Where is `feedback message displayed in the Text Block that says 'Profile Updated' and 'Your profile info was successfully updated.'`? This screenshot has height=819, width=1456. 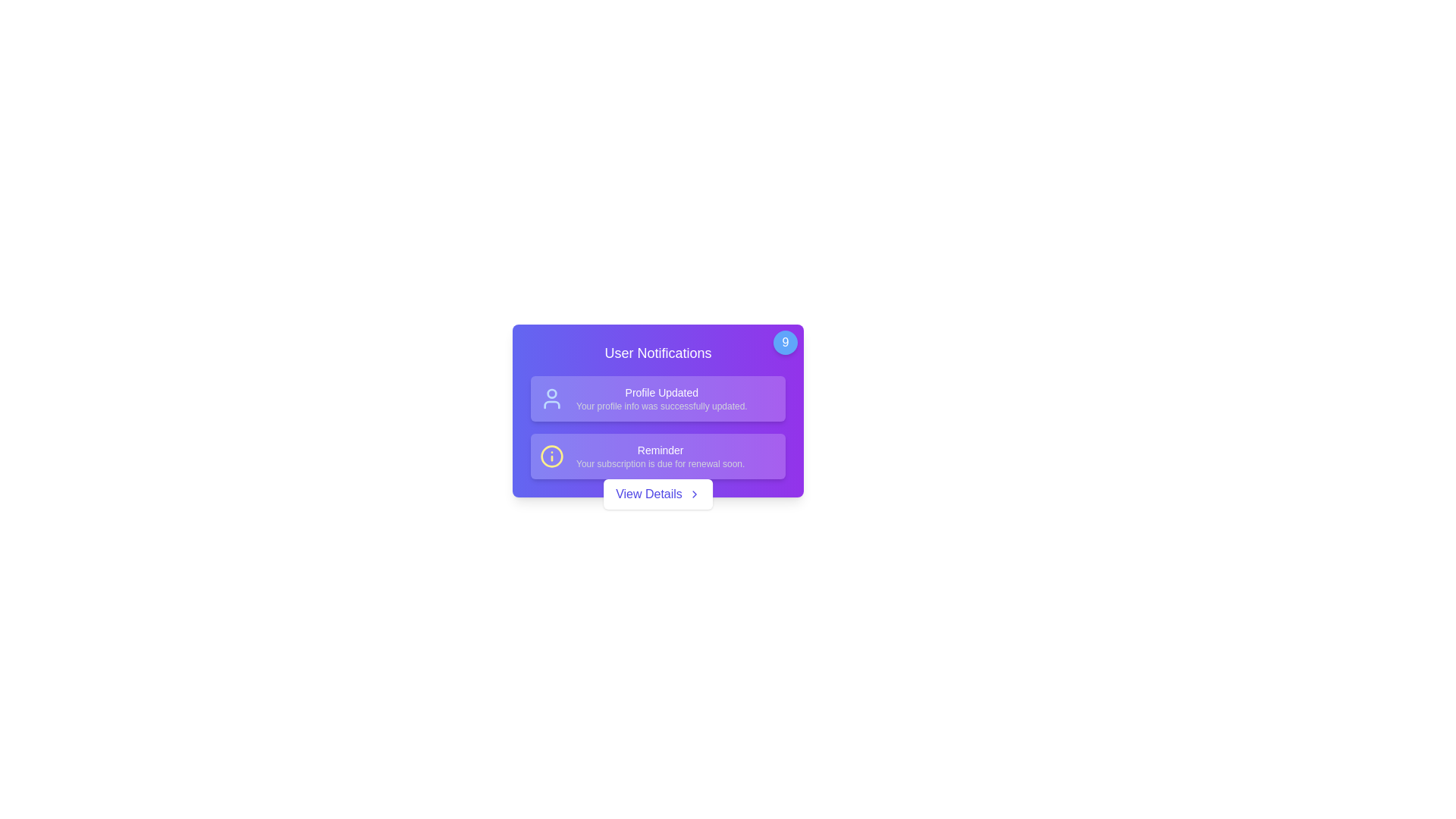
feedback message displayed in the Text Block that says 'Profile Updated' and 'Your profile info was successfully updated.' is located at coordinates (661, 397).